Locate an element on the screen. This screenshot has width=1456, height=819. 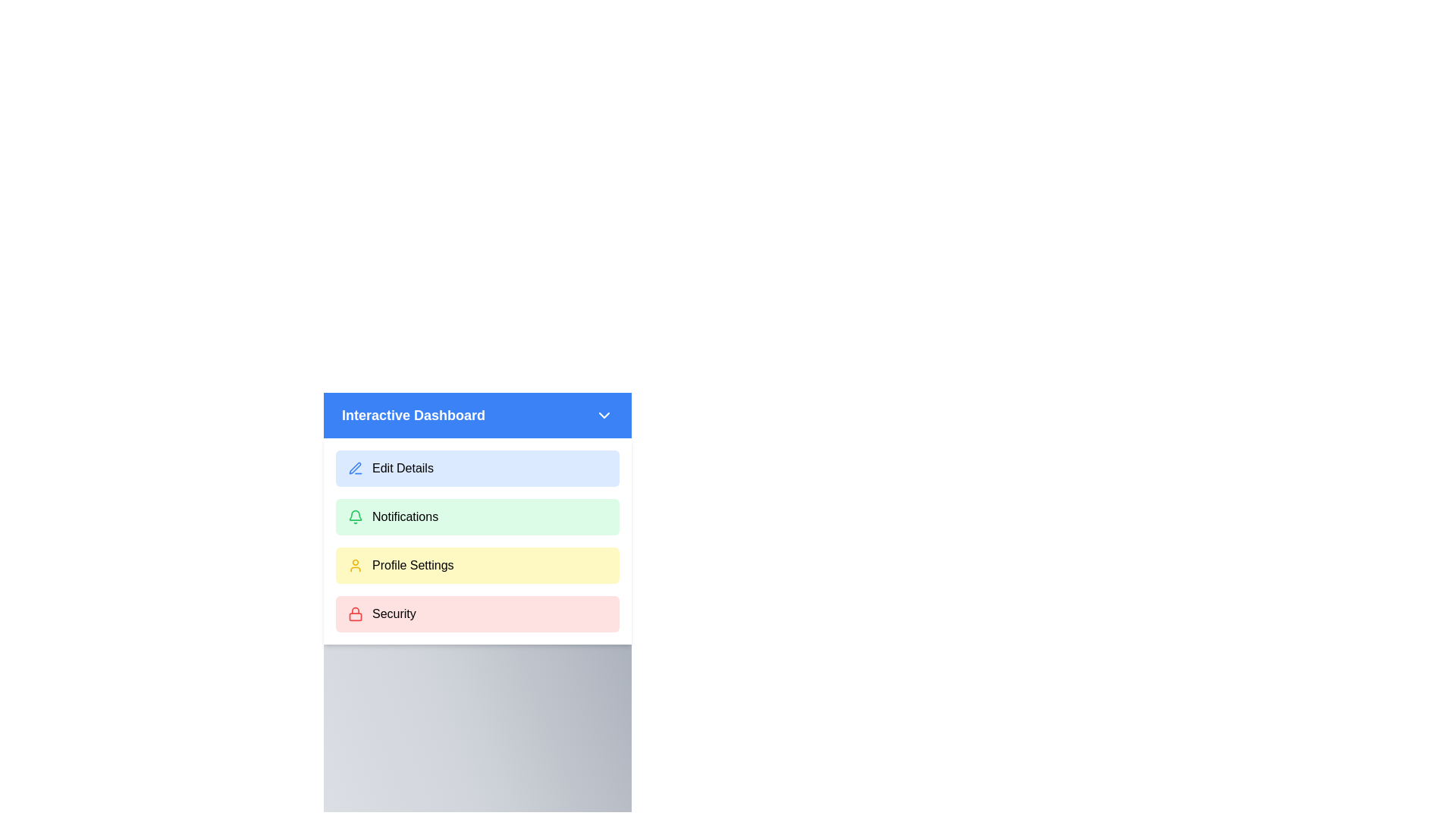
the header of the menu to toggle its visibility is located at coordinates (476, 415).